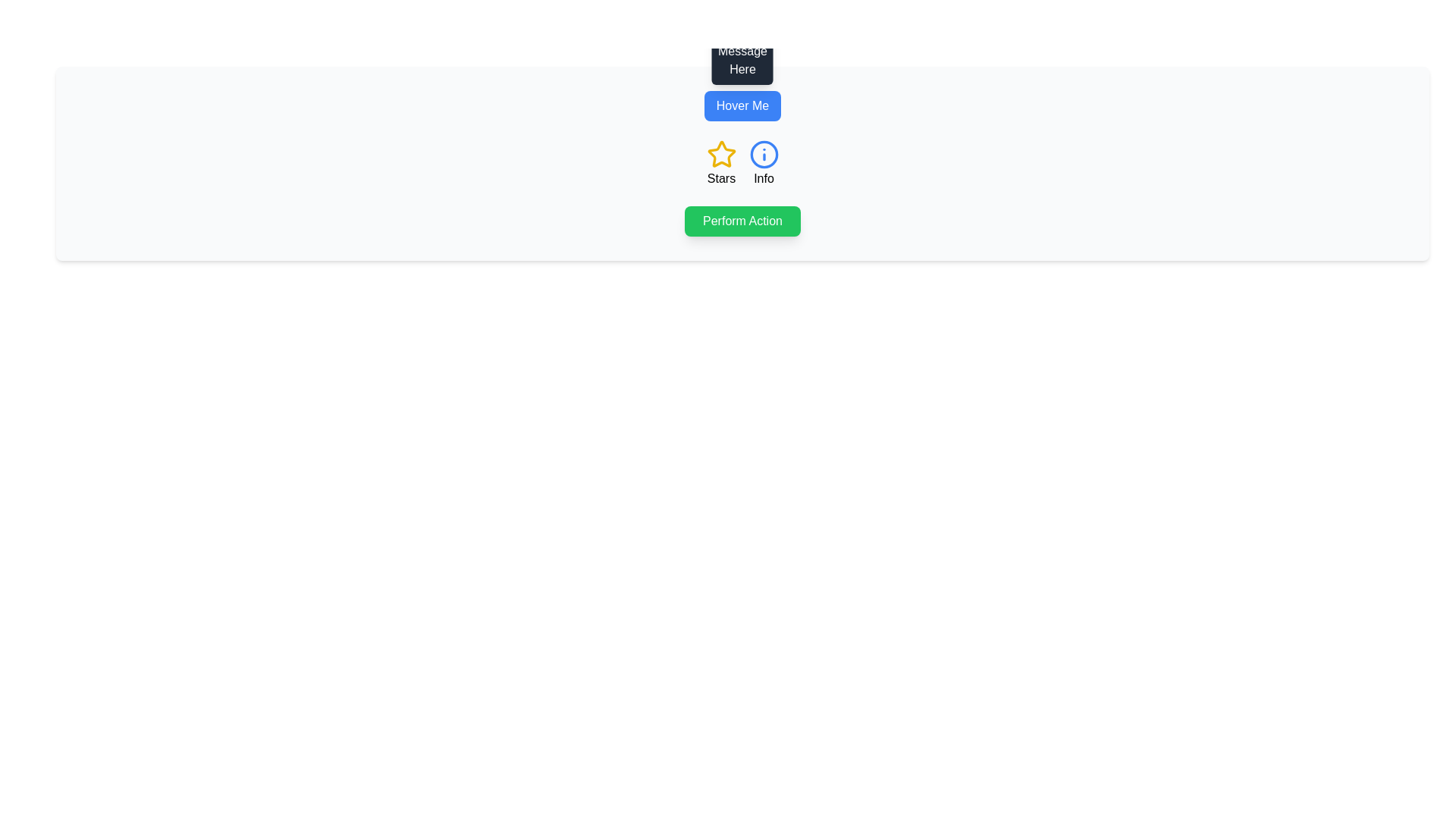 The height and width of the screenshot is (819, 1456). Describe the element at coordinates (720, 164) in the screenshot. I see `the non-interactive 'Stars' element, which features a star icon and a label, located in the left column above the 'Perform Action' button` at that location.